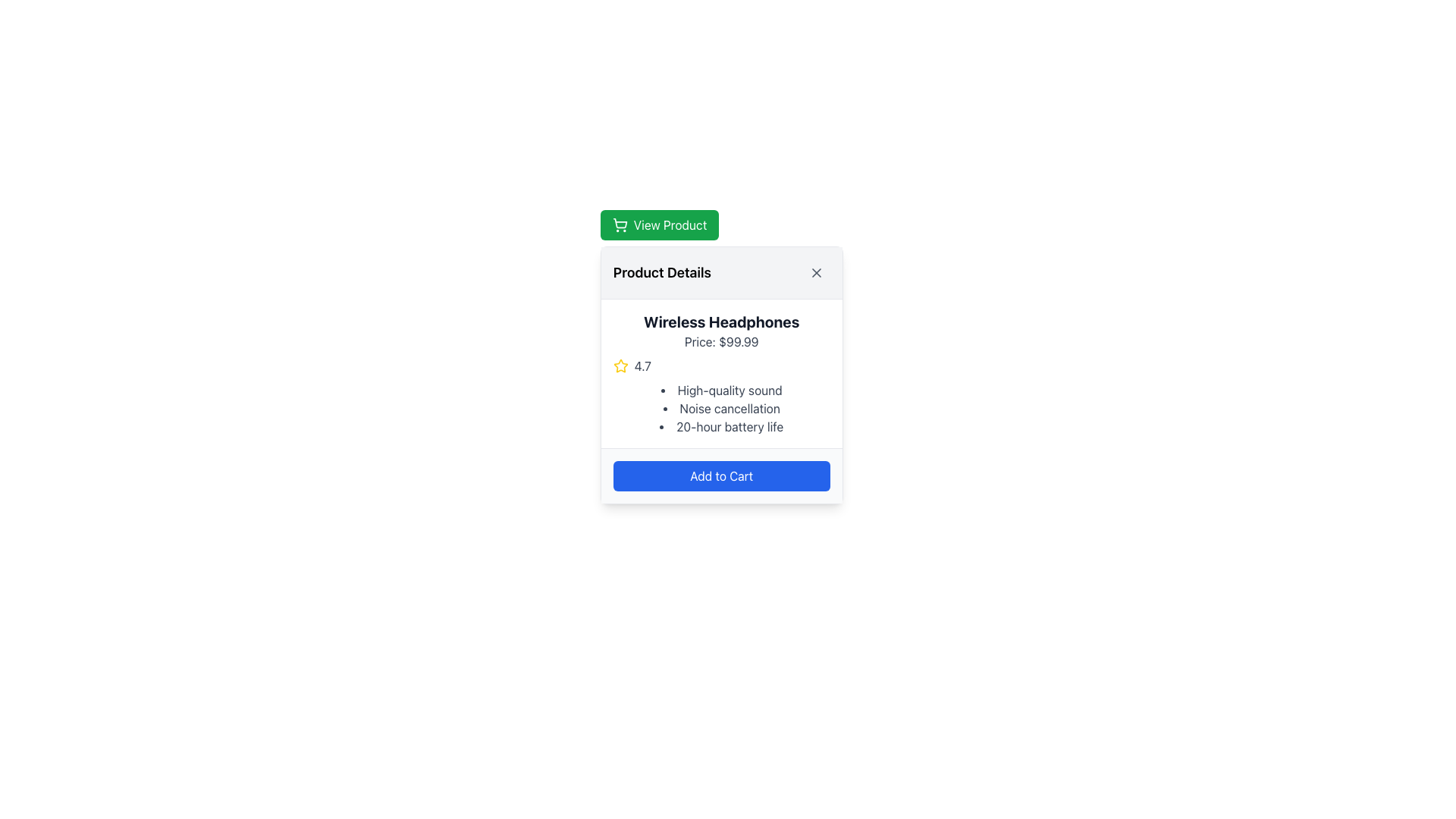 Image resolution: width=1456 pixels, height=819 pixels. What do you see at coordinates (720, 390) in the screenshot?
I see `the first item in the vertical bullet-point list describing the 'High-quality sound' attribute of the product, located within the product details card` at bounding box center [720, 390].